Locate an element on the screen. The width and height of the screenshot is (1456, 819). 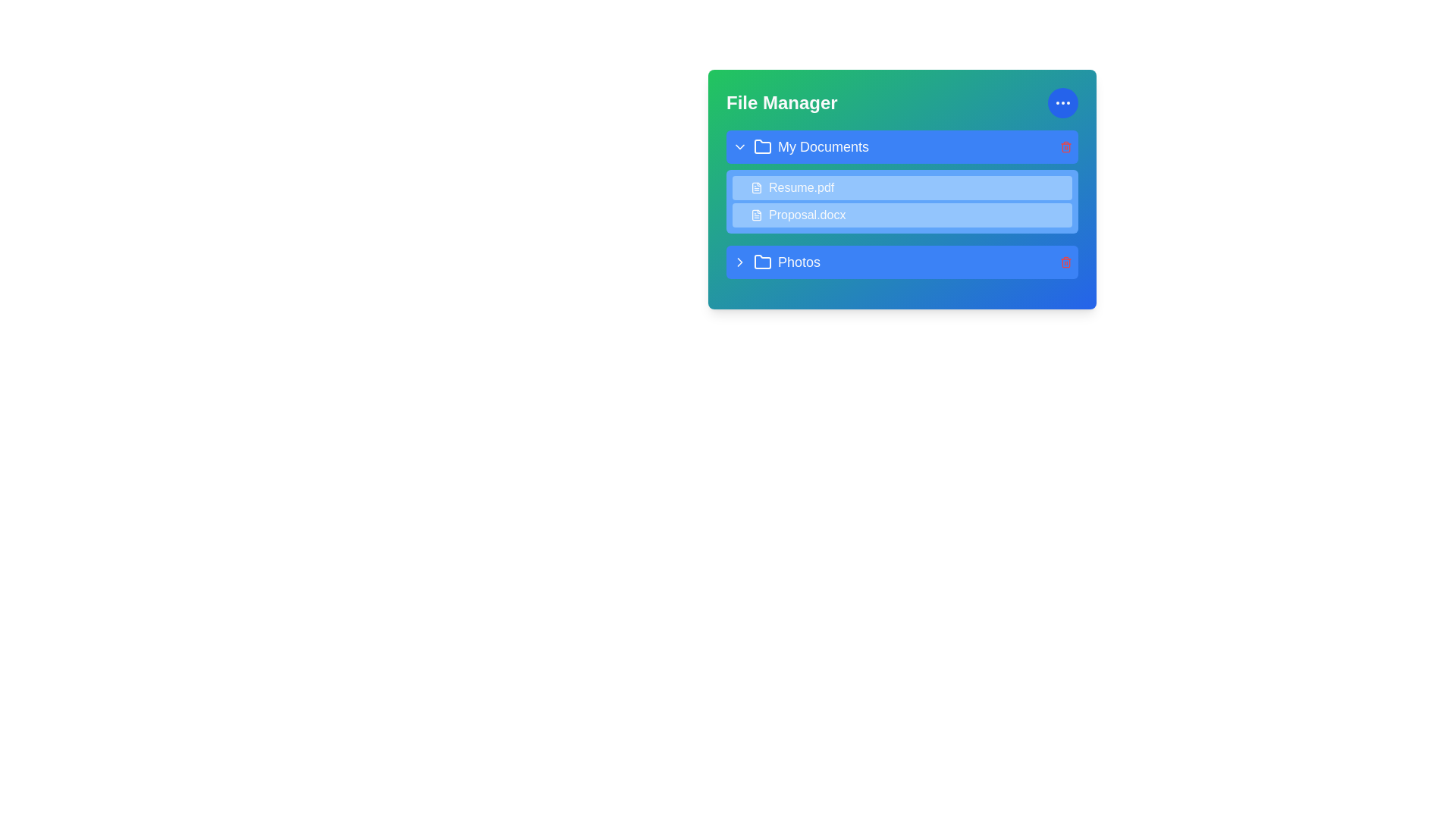
the folder icon located to the left of the 'My Documents' text label in the 'File Manager' interface is located at coordinates (763, 146).